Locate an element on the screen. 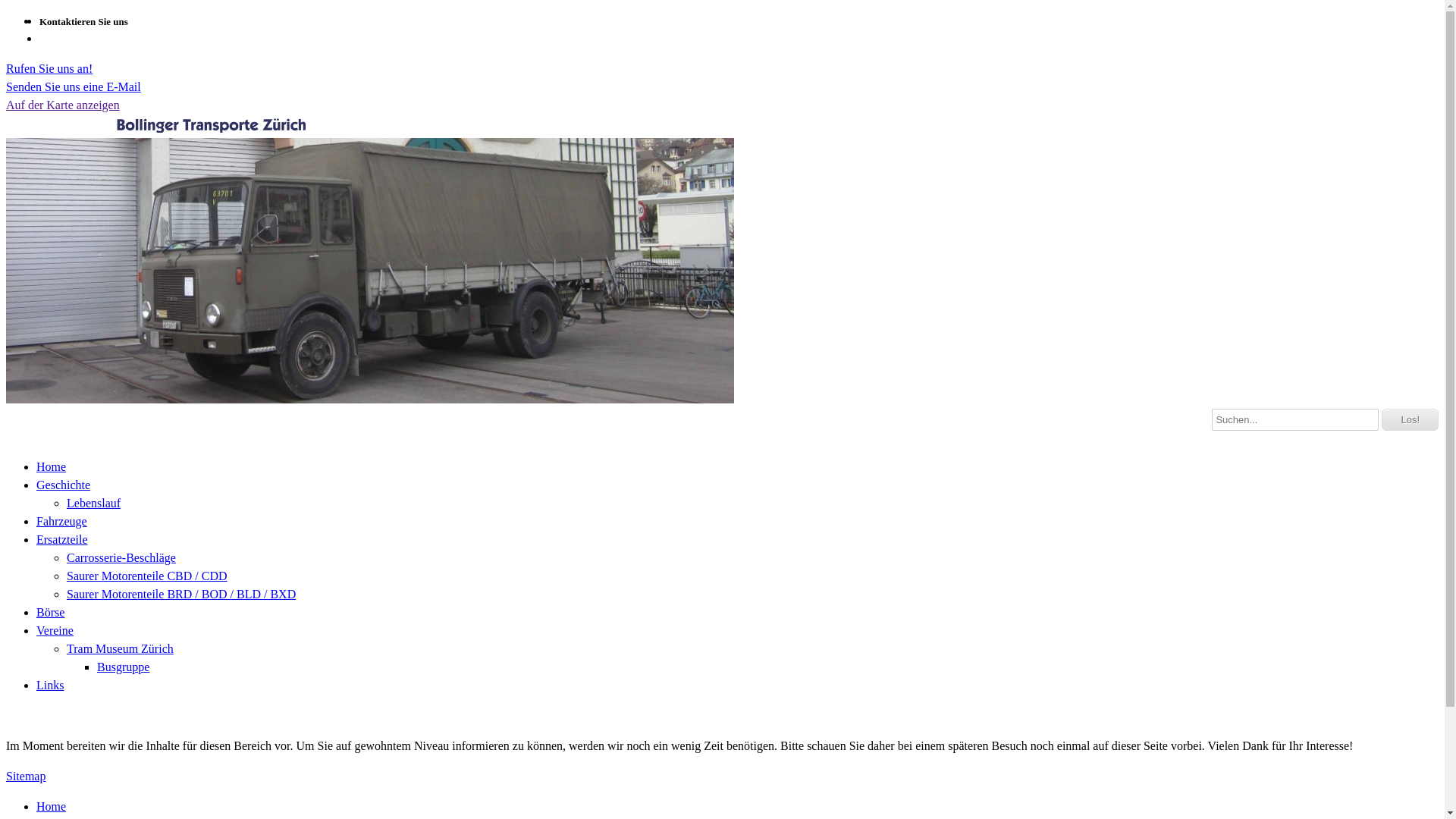  'Saurer Motorenteile CBD / CDD' is located at coordinates (65, 575).